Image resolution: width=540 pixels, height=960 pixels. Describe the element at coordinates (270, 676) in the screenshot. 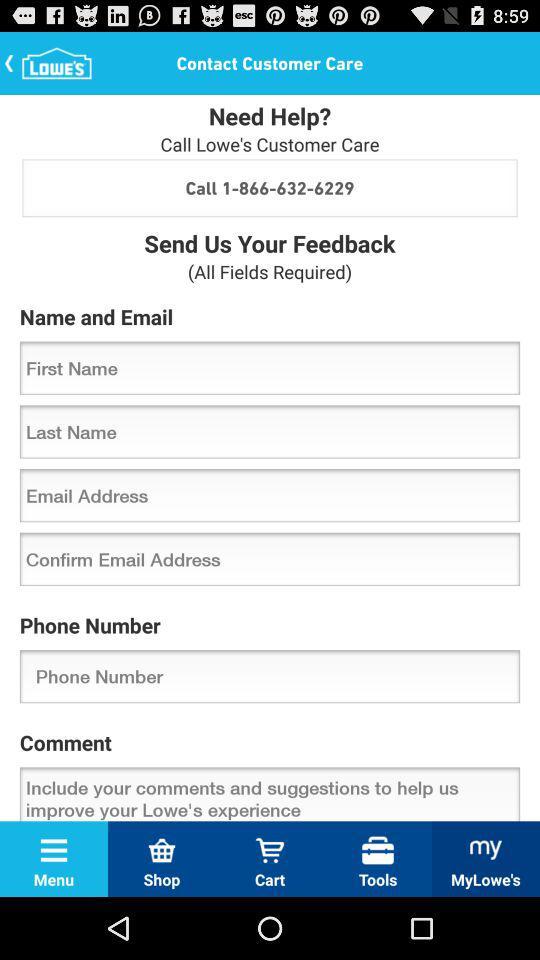

I see `the item above comment icon` at that location.